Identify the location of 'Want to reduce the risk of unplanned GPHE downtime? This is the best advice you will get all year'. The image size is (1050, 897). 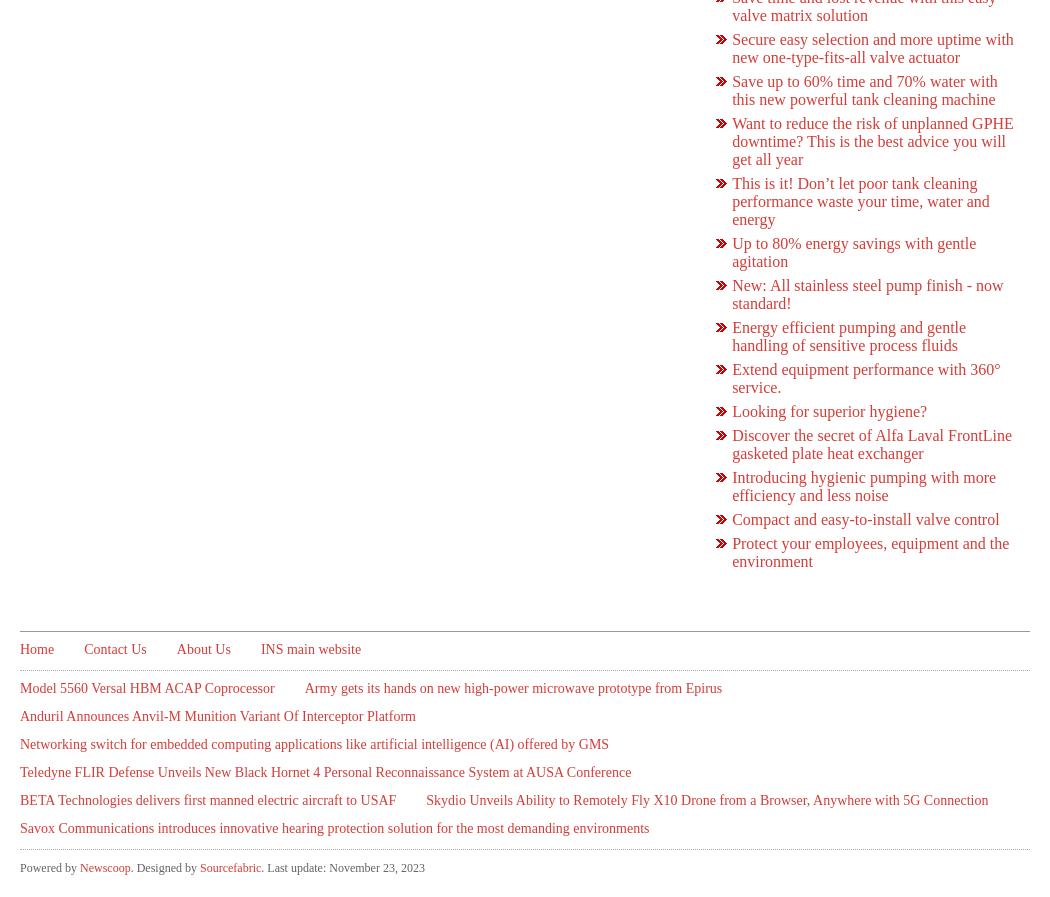
(730, 140).